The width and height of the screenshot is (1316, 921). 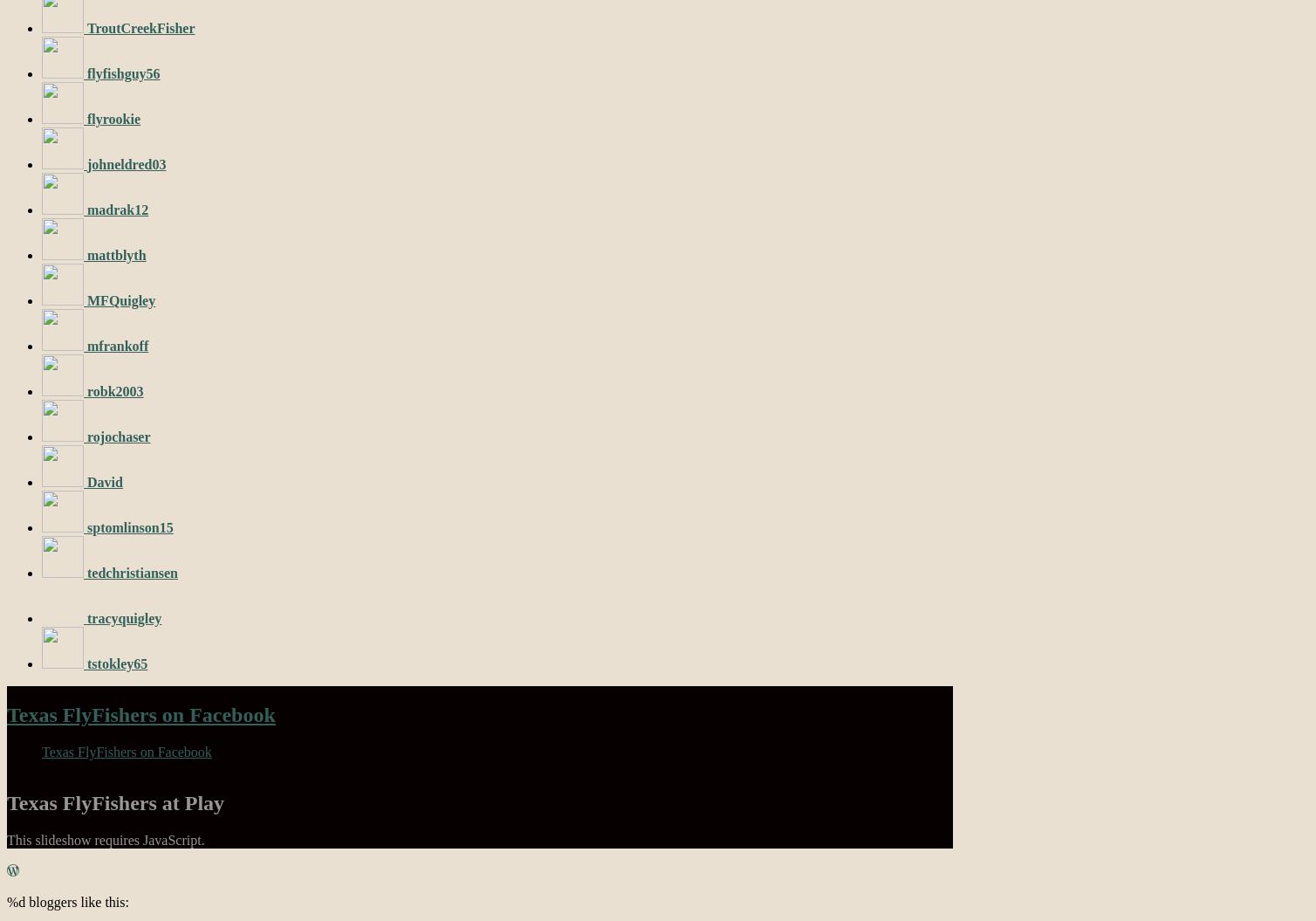 What do you see at coordinates (133, 572) in the screenshot?
I see `'tedchristiansen'` at bounding box center [133, 572].